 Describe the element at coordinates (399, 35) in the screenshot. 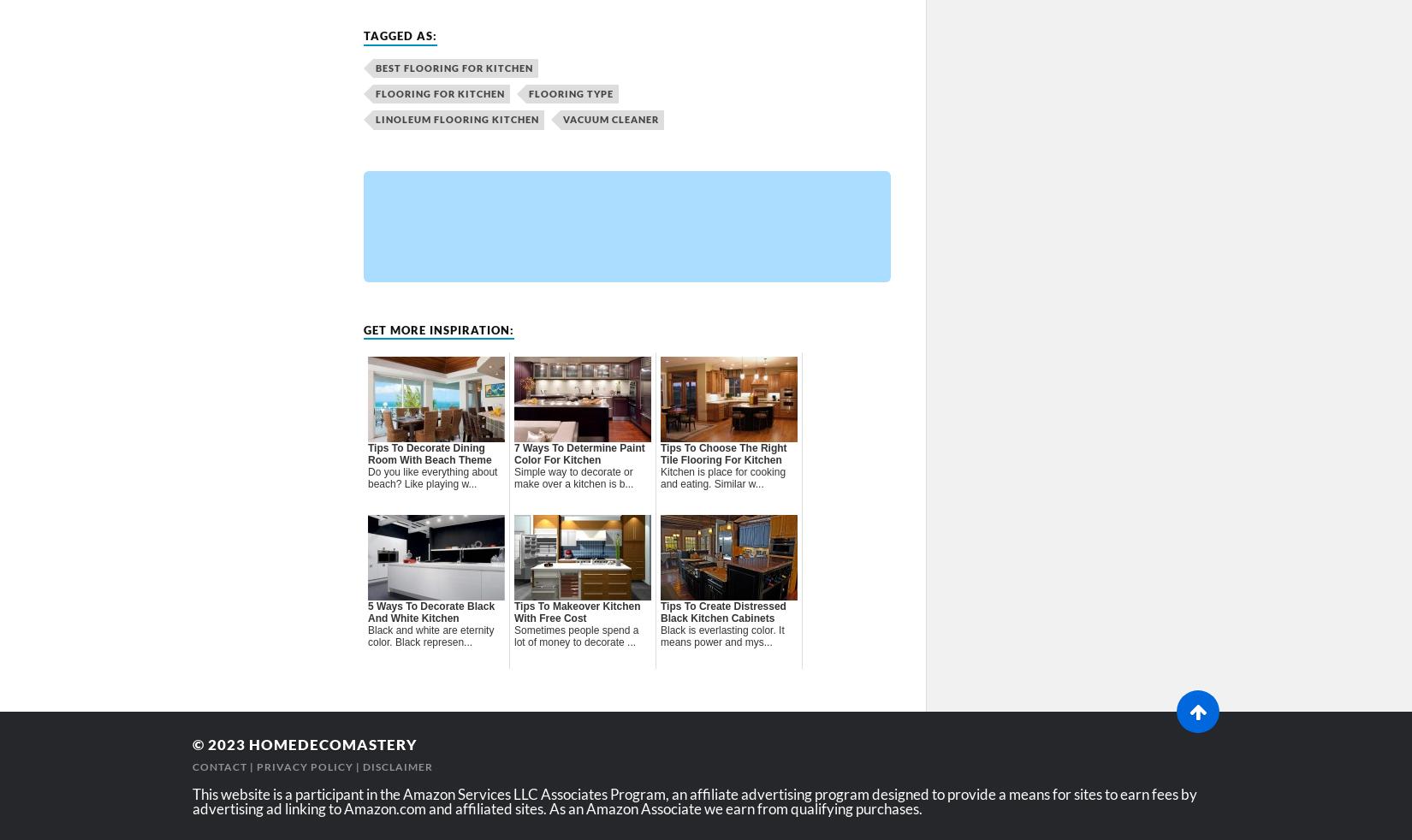

I see `'Tagged as:'` at that location.